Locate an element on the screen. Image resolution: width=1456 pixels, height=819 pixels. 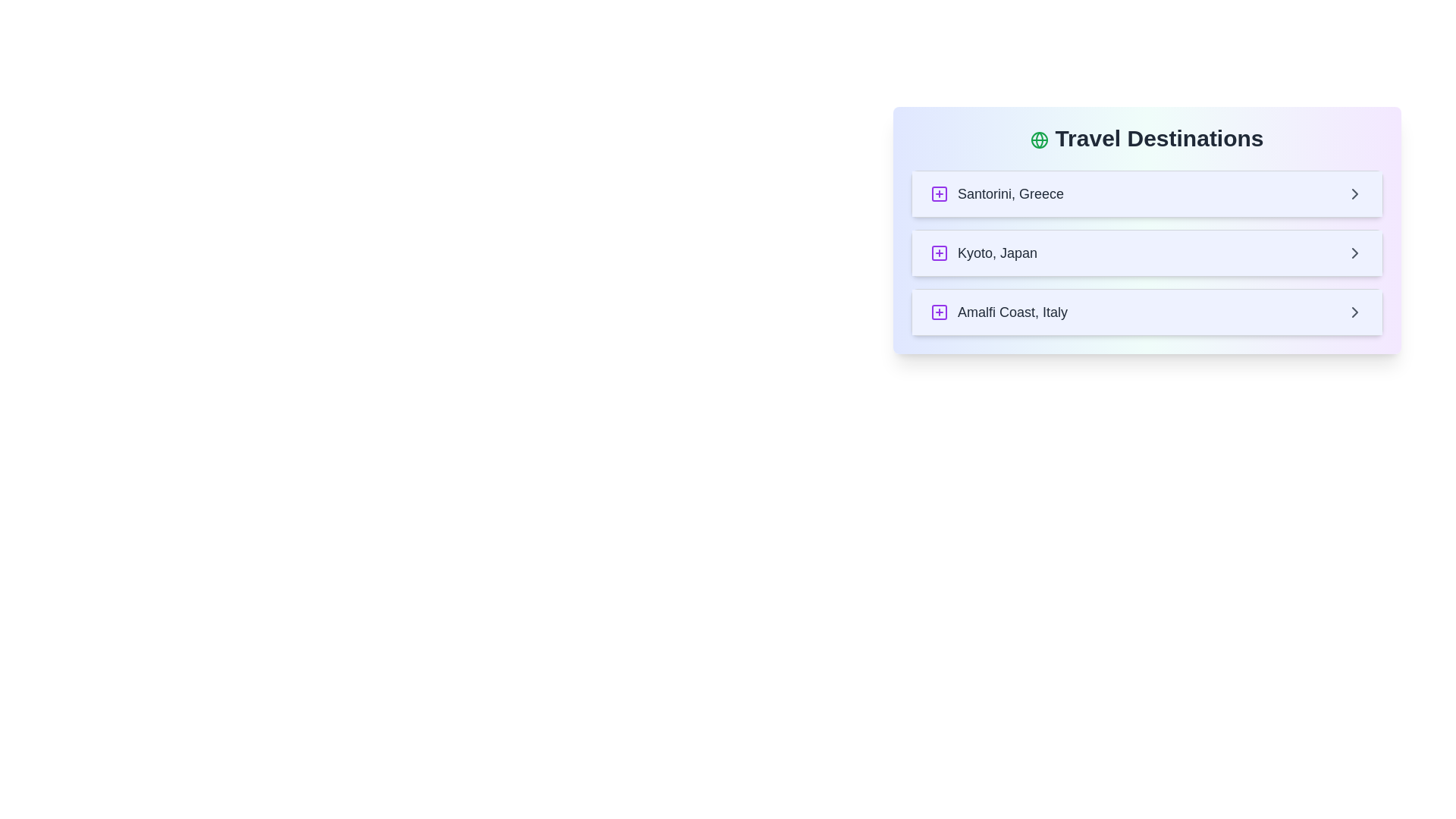
the label displaying 'Amalfi Coast, Italy', which is the third entry in a list of travel destinations, located at the bottom of the list is located at coordinates (1012, 312).